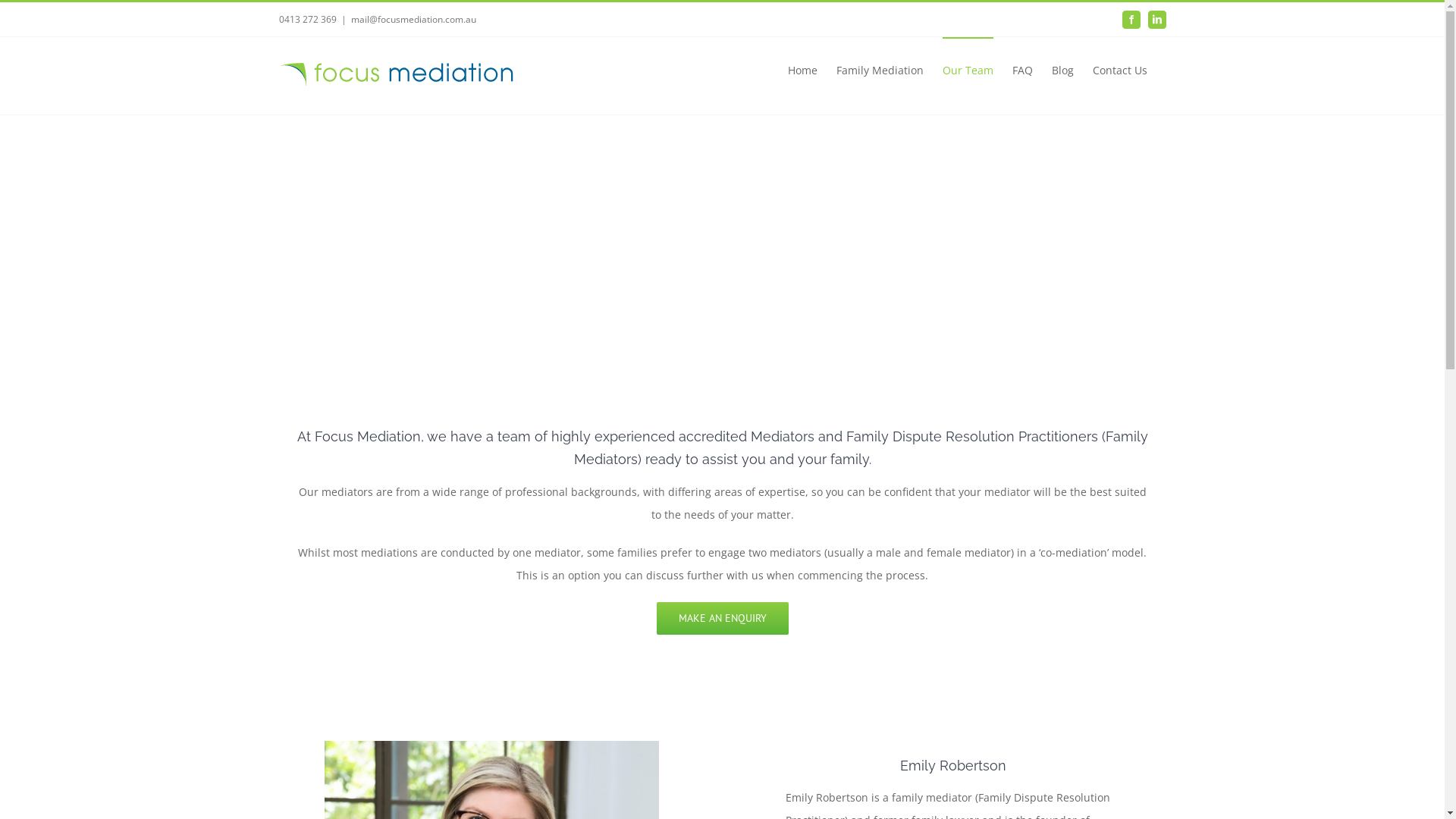 This screenshot has width=1456, height=819. I want to click on 'Contact Us', so click(1119, 69).